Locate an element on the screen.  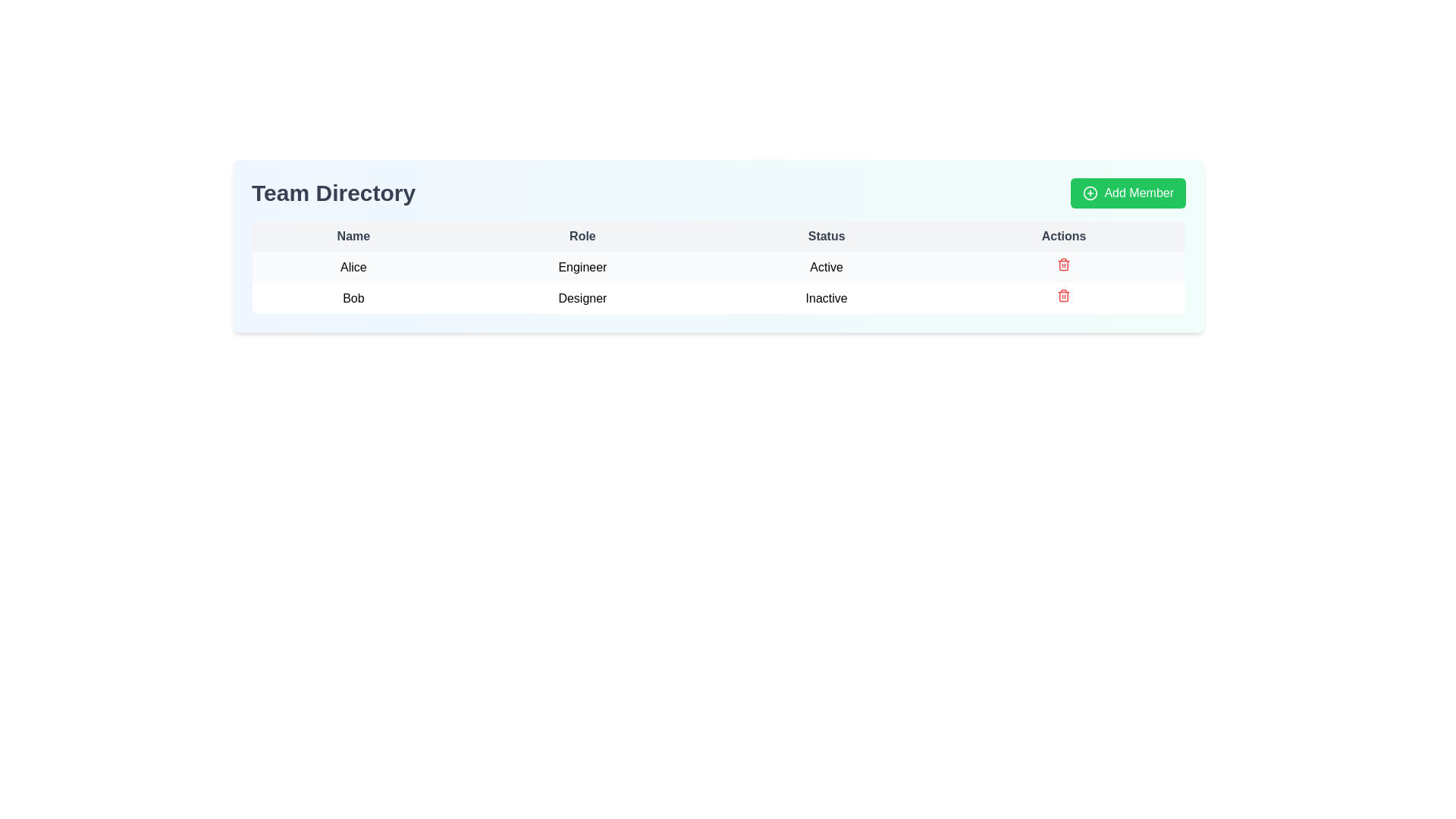
the 'Role' text label in the Team Directory table header, which is the second header between 'Name' and 'Status' is located at coordinates (582, 236).